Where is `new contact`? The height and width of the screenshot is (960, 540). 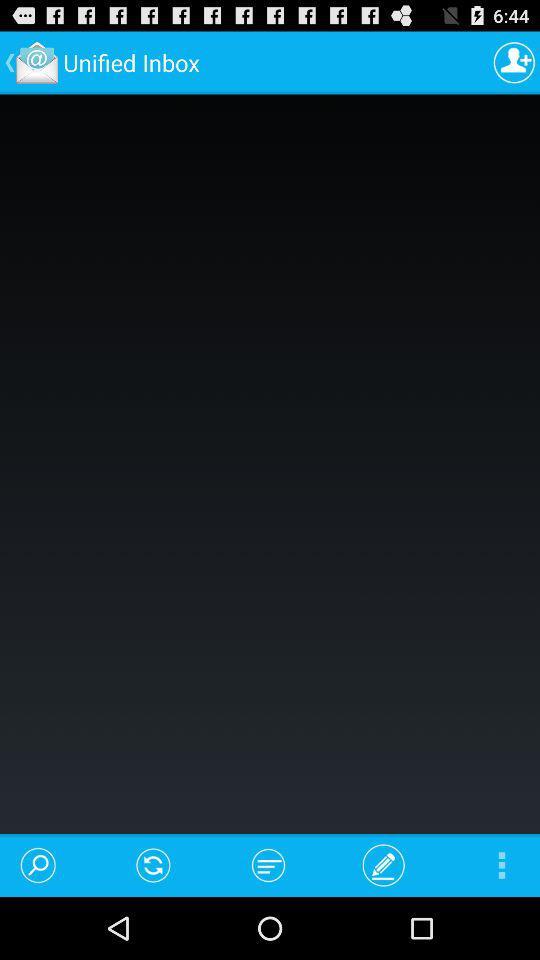 new contact is located at coordinates (514, 62).